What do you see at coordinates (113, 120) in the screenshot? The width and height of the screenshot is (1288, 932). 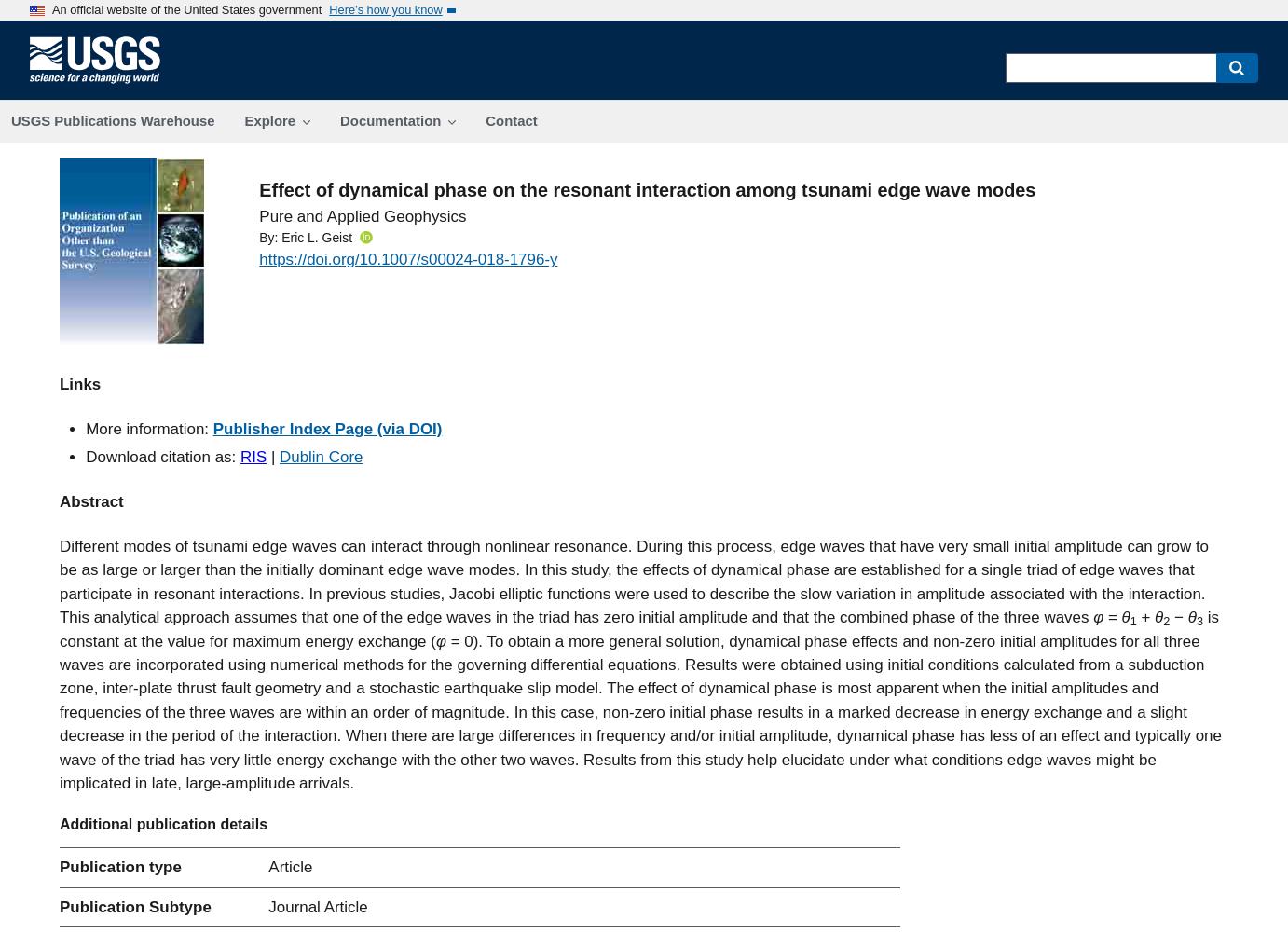 I see `'USGS Publications Warehouse'` at bounding box center [113, 120].